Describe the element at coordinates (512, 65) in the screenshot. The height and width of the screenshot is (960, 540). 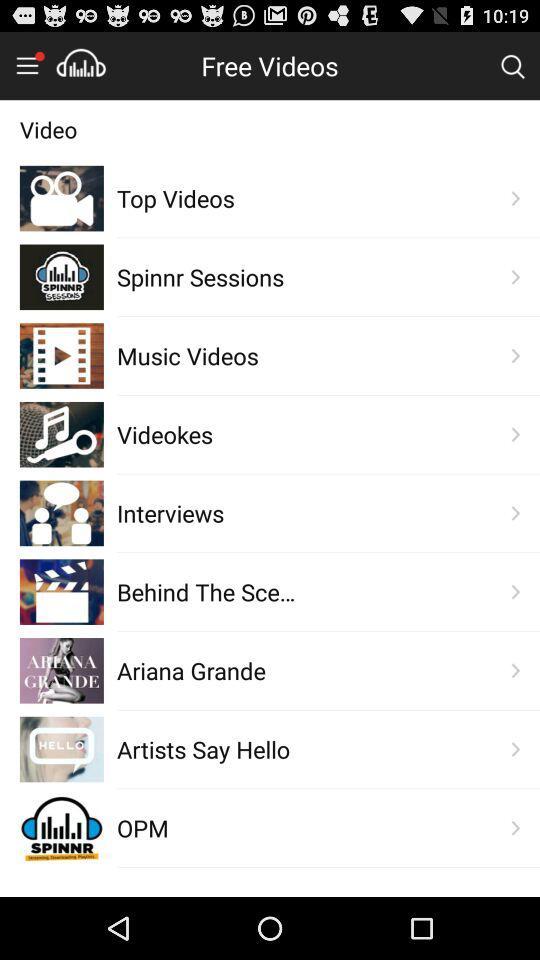
I see `search` at that location.